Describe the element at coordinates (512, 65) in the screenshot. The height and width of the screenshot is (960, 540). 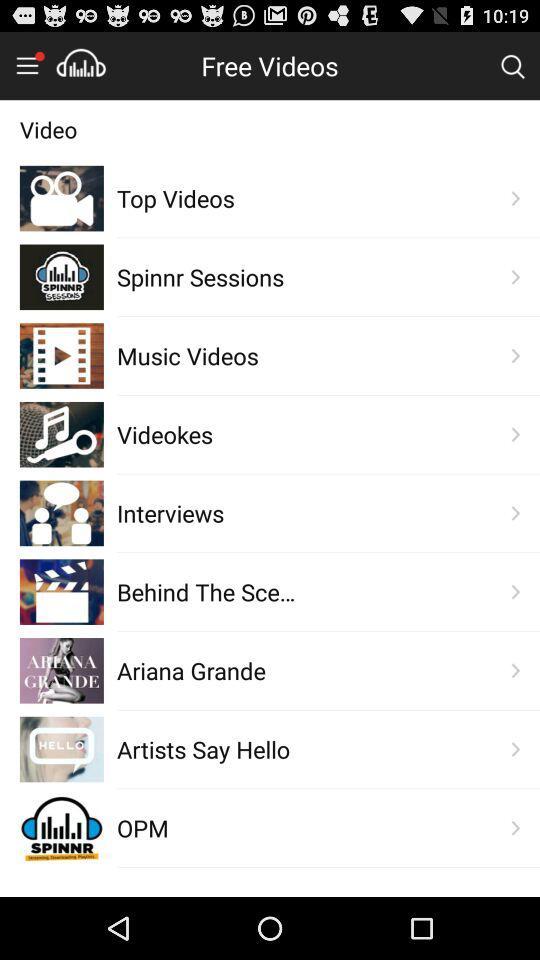
I see `search` at that location.